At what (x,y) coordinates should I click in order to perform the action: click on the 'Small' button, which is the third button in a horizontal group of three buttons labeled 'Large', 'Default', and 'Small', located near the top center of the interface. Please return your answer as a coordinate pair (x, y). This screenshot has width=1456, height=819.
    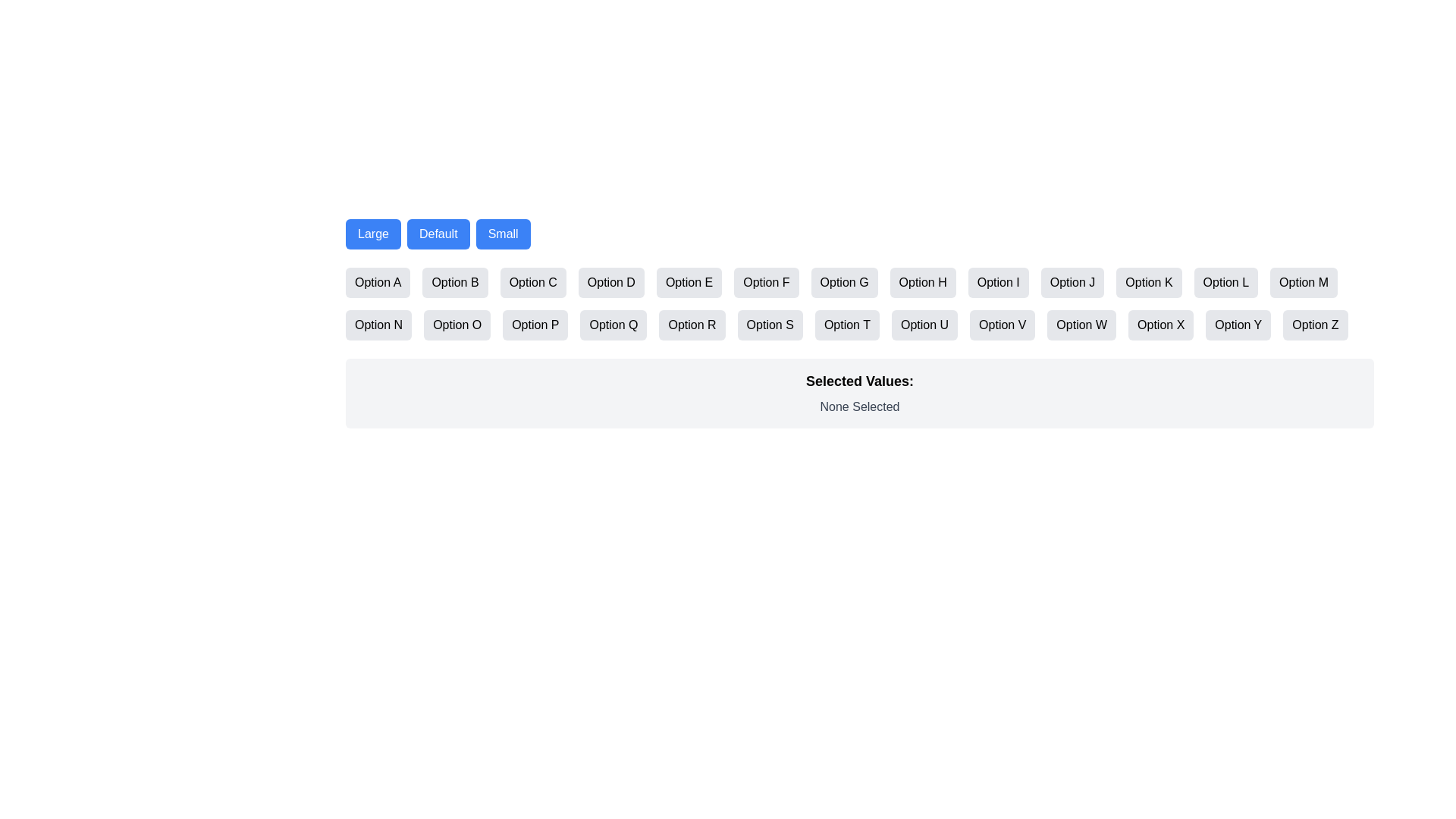
    Looking at the image, I should click on (503, 234).